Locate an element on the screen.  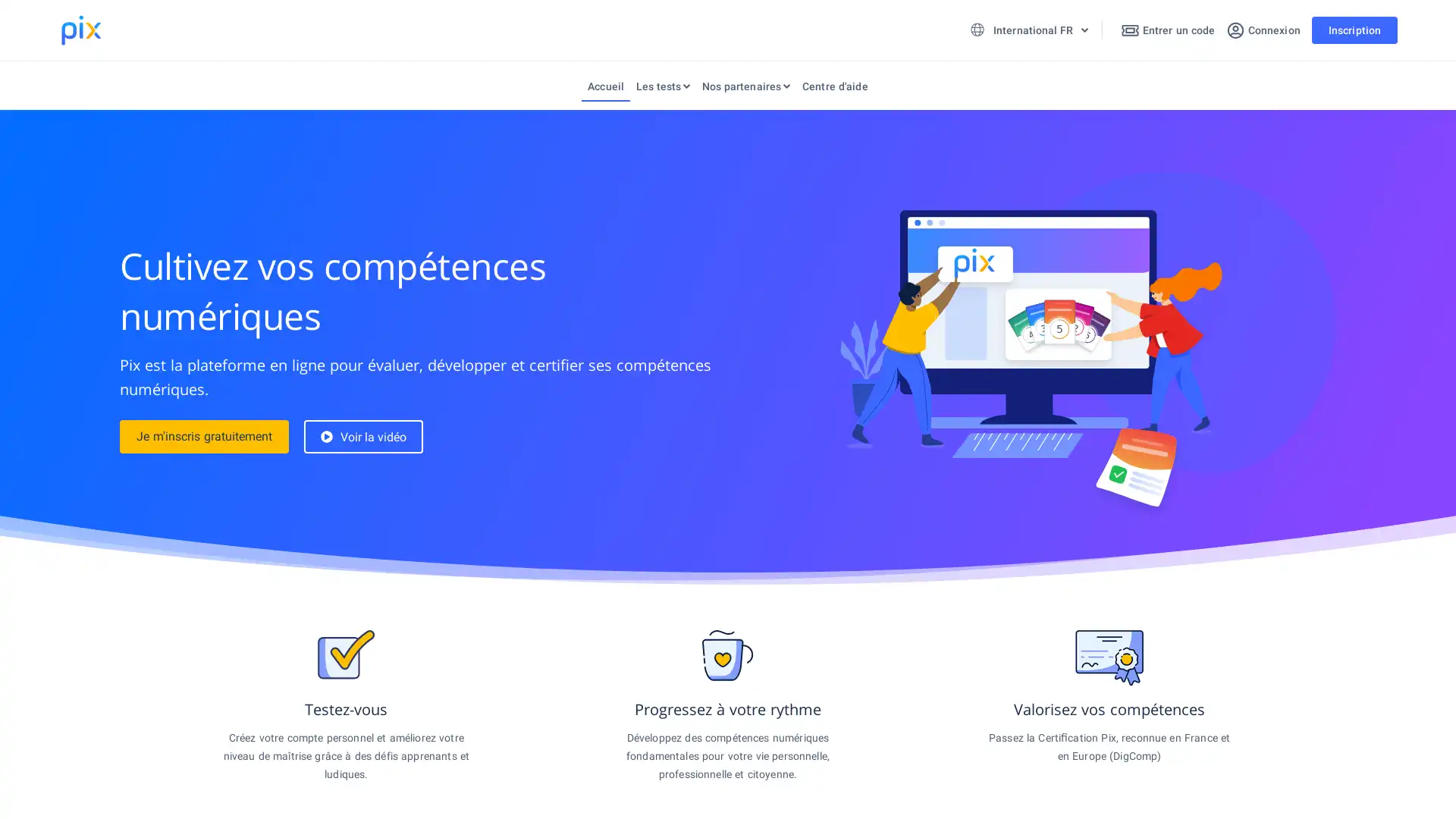
Nos partenaires is located at coordinates (745, 89).